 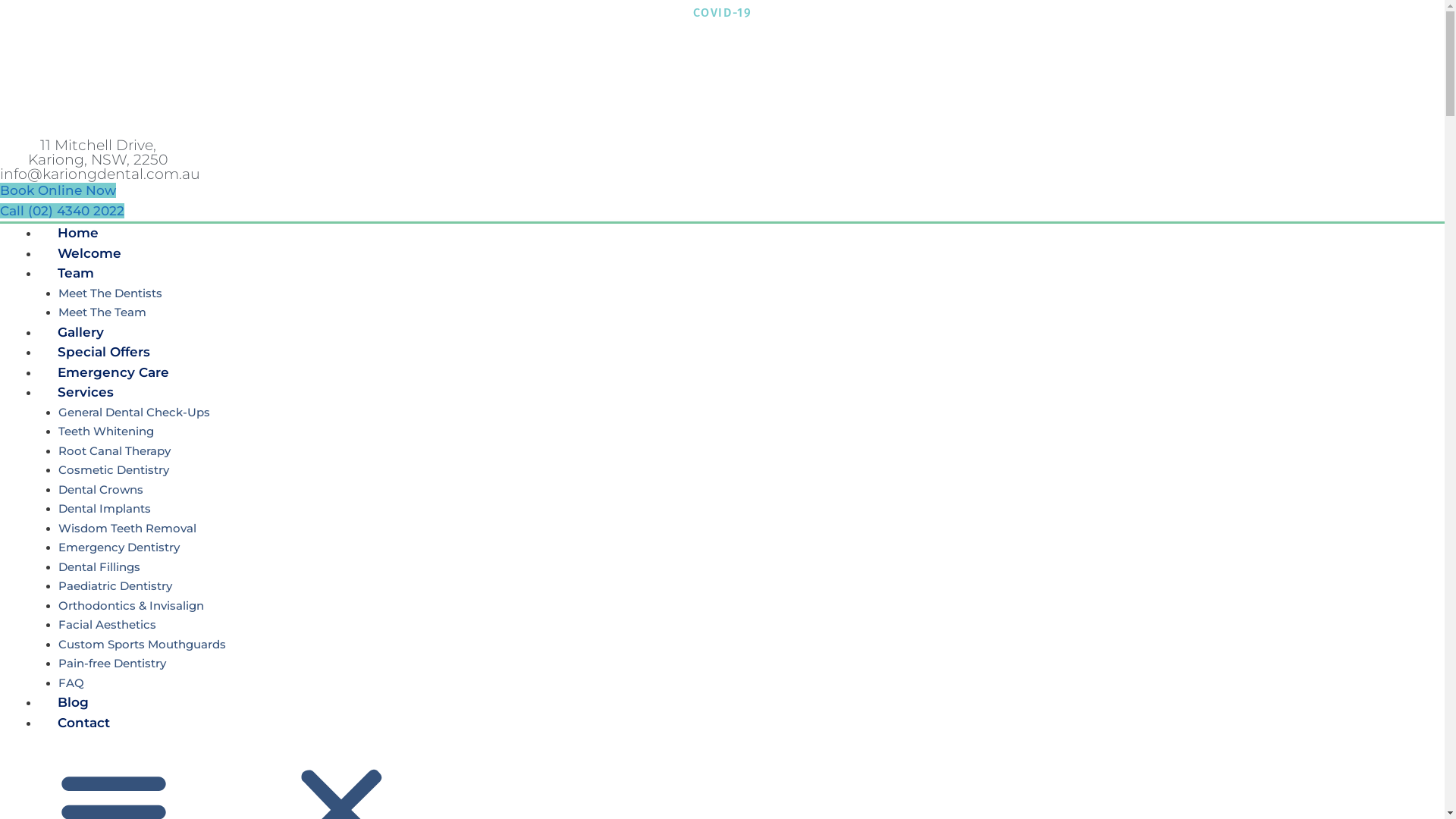 I want to click on 'Contact', so click(x=39, y=721).